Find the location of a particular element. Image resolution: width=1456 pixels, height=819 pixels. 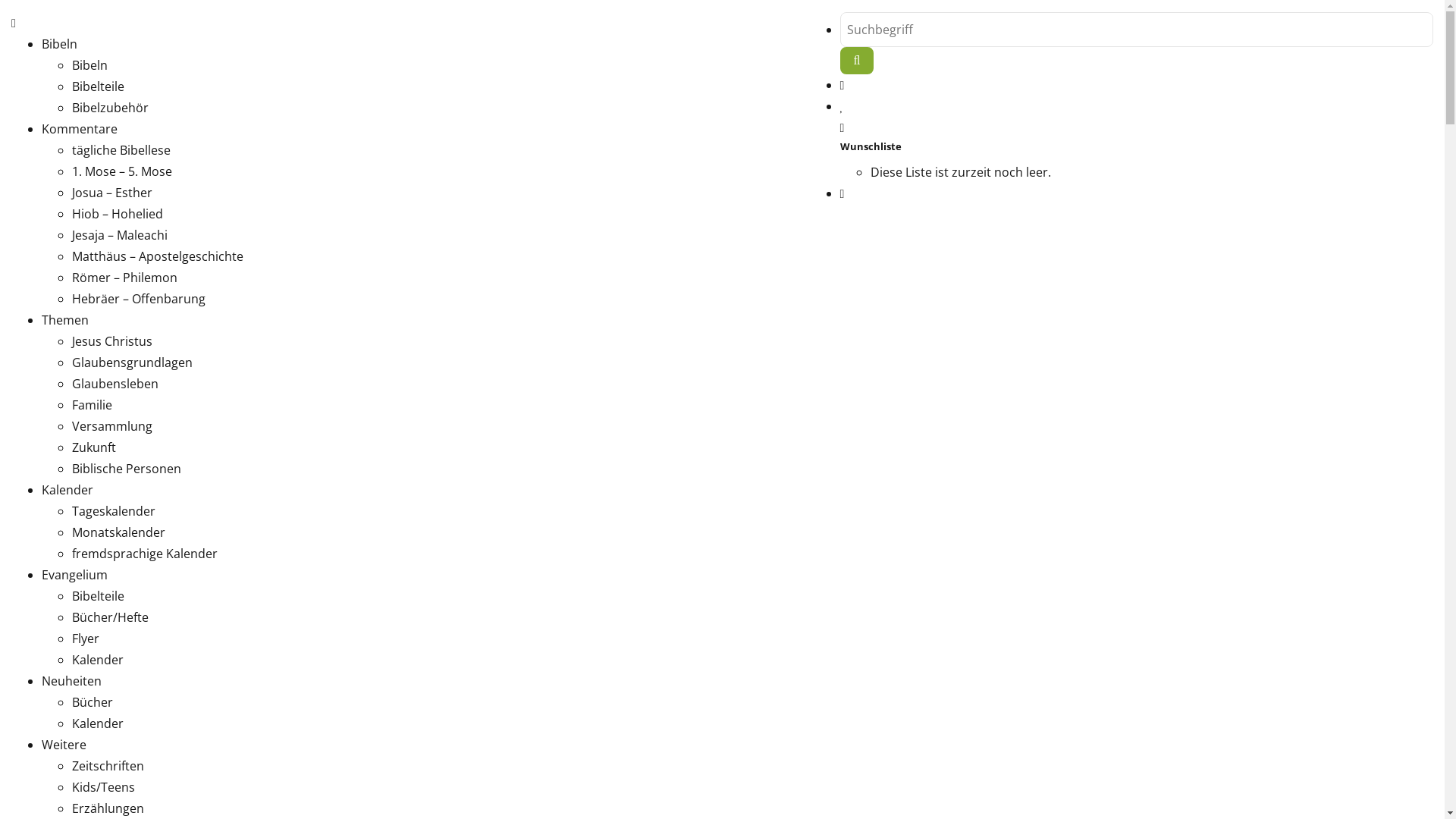

'Flyer' is located at coordinates (71, 638).